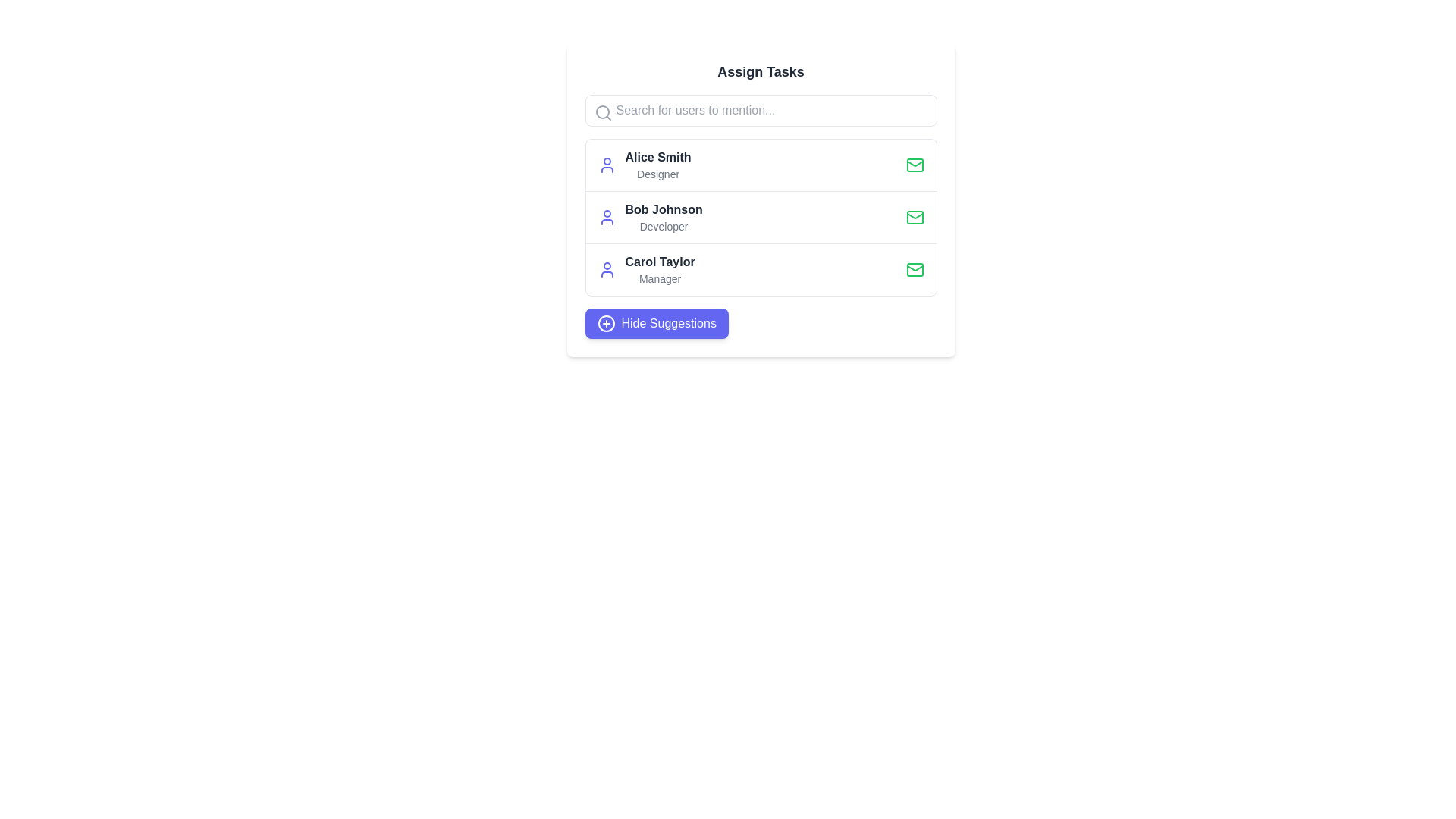 The height and width of the screenshot is (819, 1456). I want to click on the user profile icon for 'Carol Taylor', which is styled with blue lines and has a circular head, positioned at the left of her name in the user listing, so click(607, 268).